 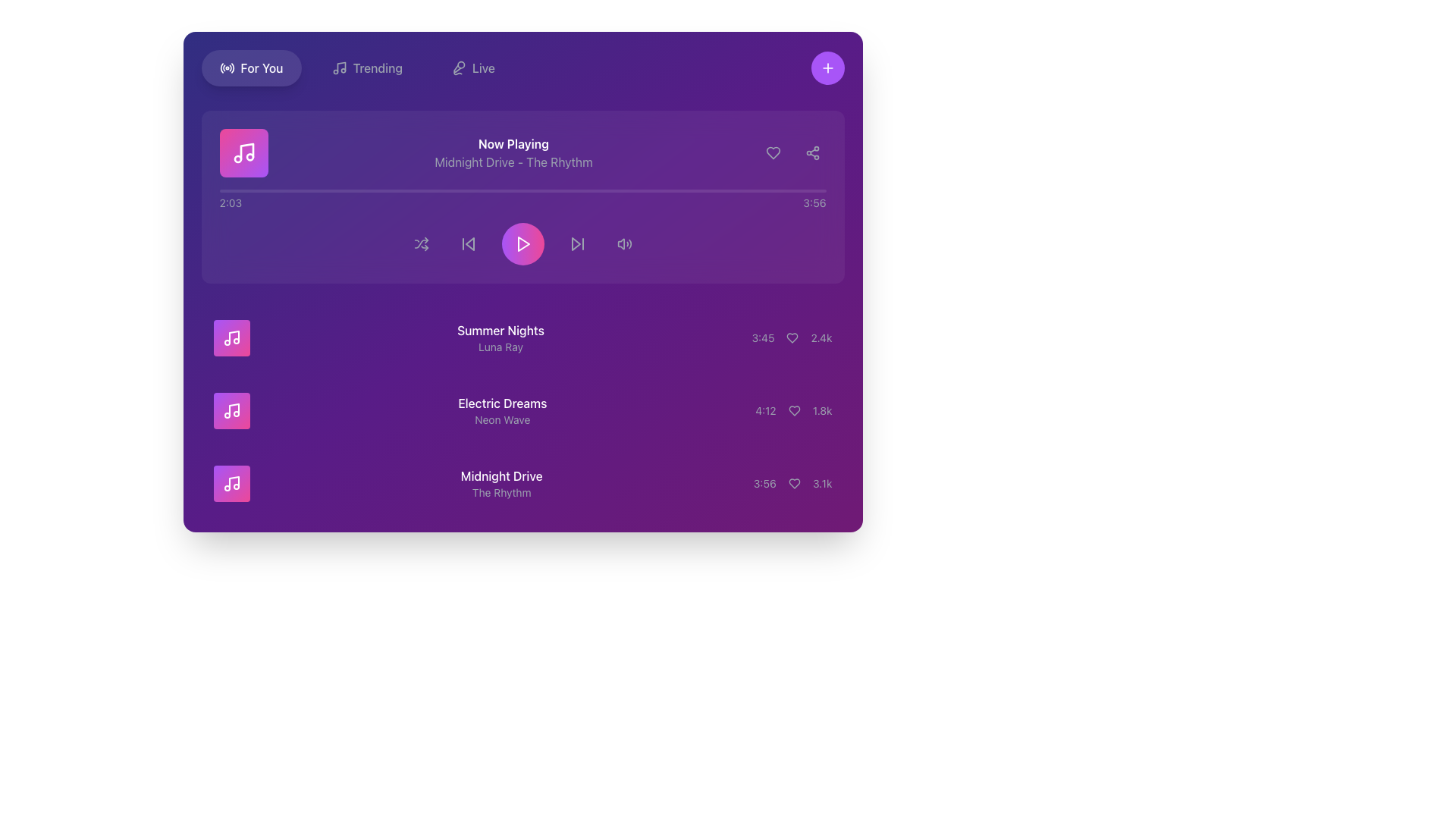 I want to click on the 'Now Playing' text label, which is prominently displayed in bold white font against a gradient purple background, located at the center of the music player interface, so click(x=513, y=143).